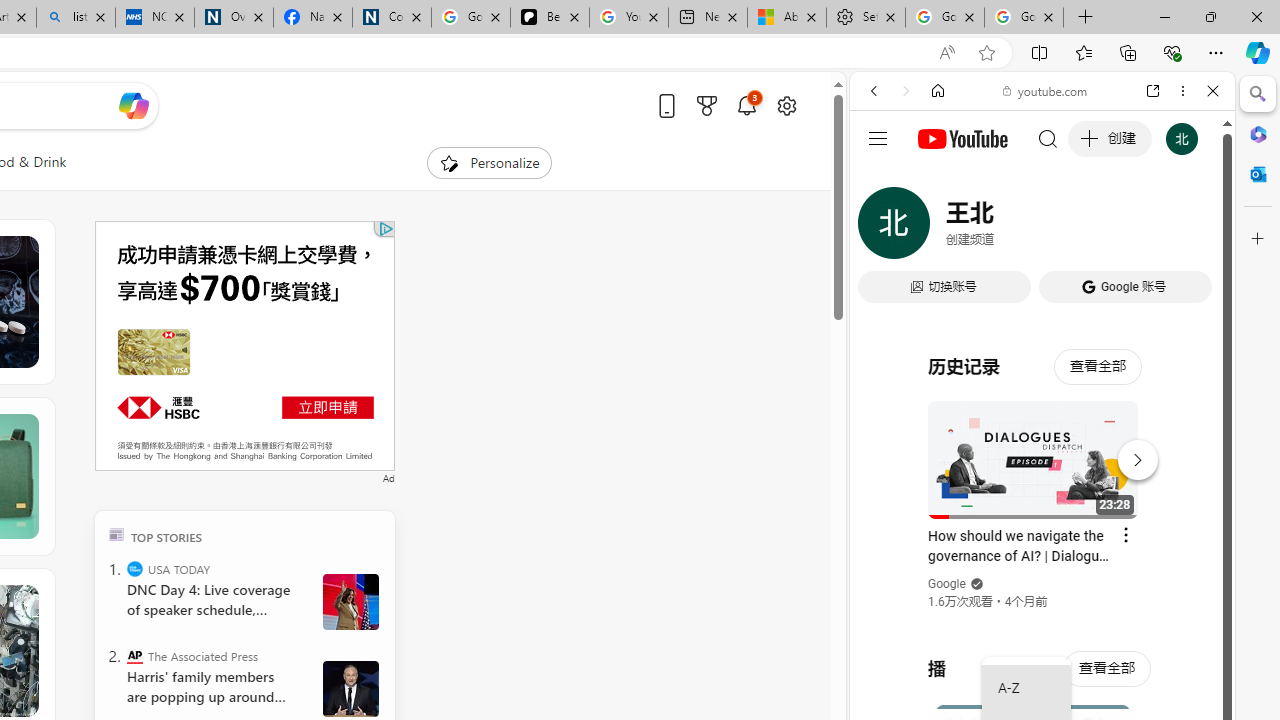 Image resolution: width=1280 pixels, height=720 pixels. Describe the element at coordinates (488, 162) in the screenshot. I see `'Personalize'` at that location.